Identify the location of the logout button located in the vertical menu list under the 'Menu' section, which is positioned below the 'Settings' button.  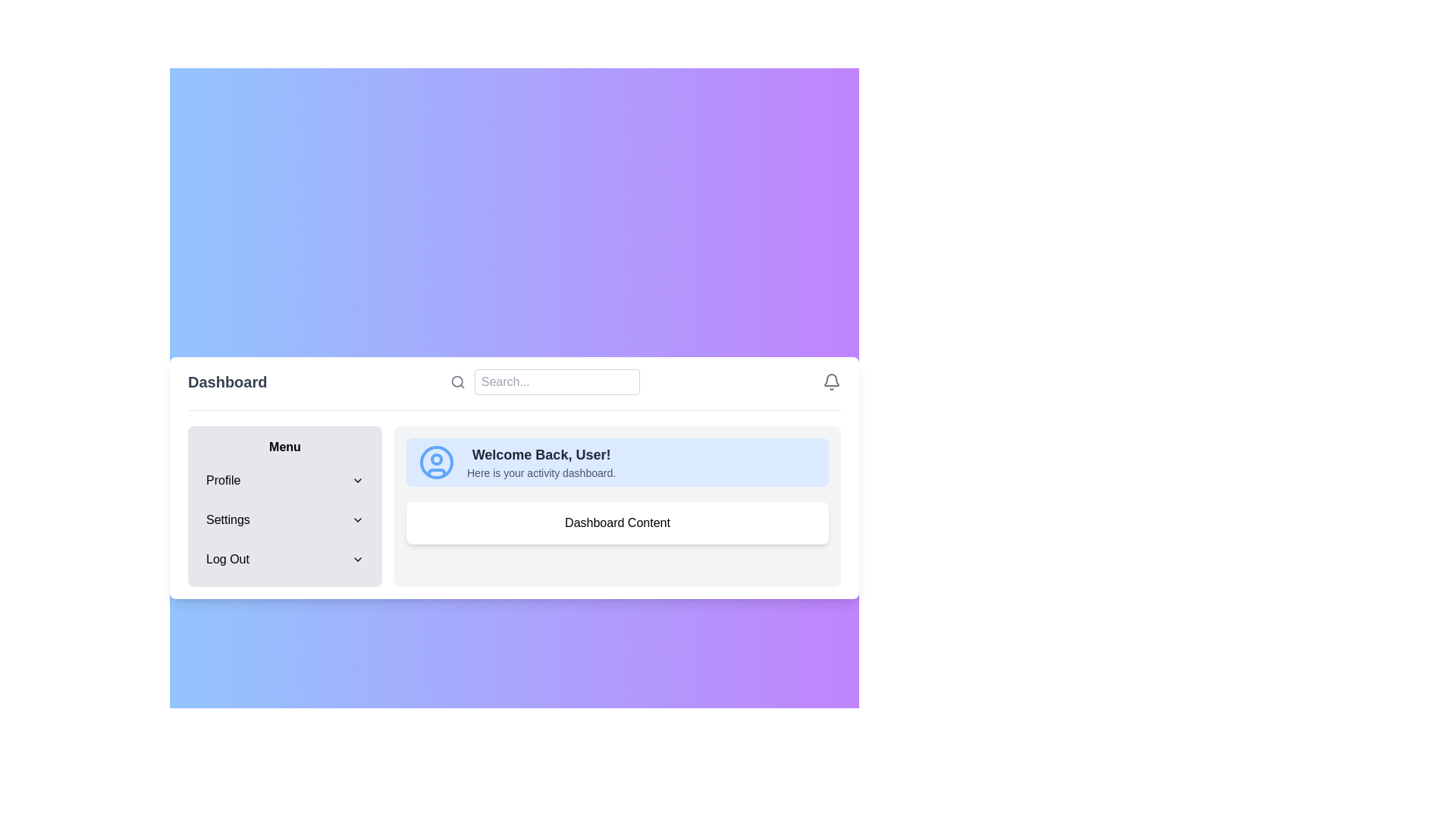
(284, 559).